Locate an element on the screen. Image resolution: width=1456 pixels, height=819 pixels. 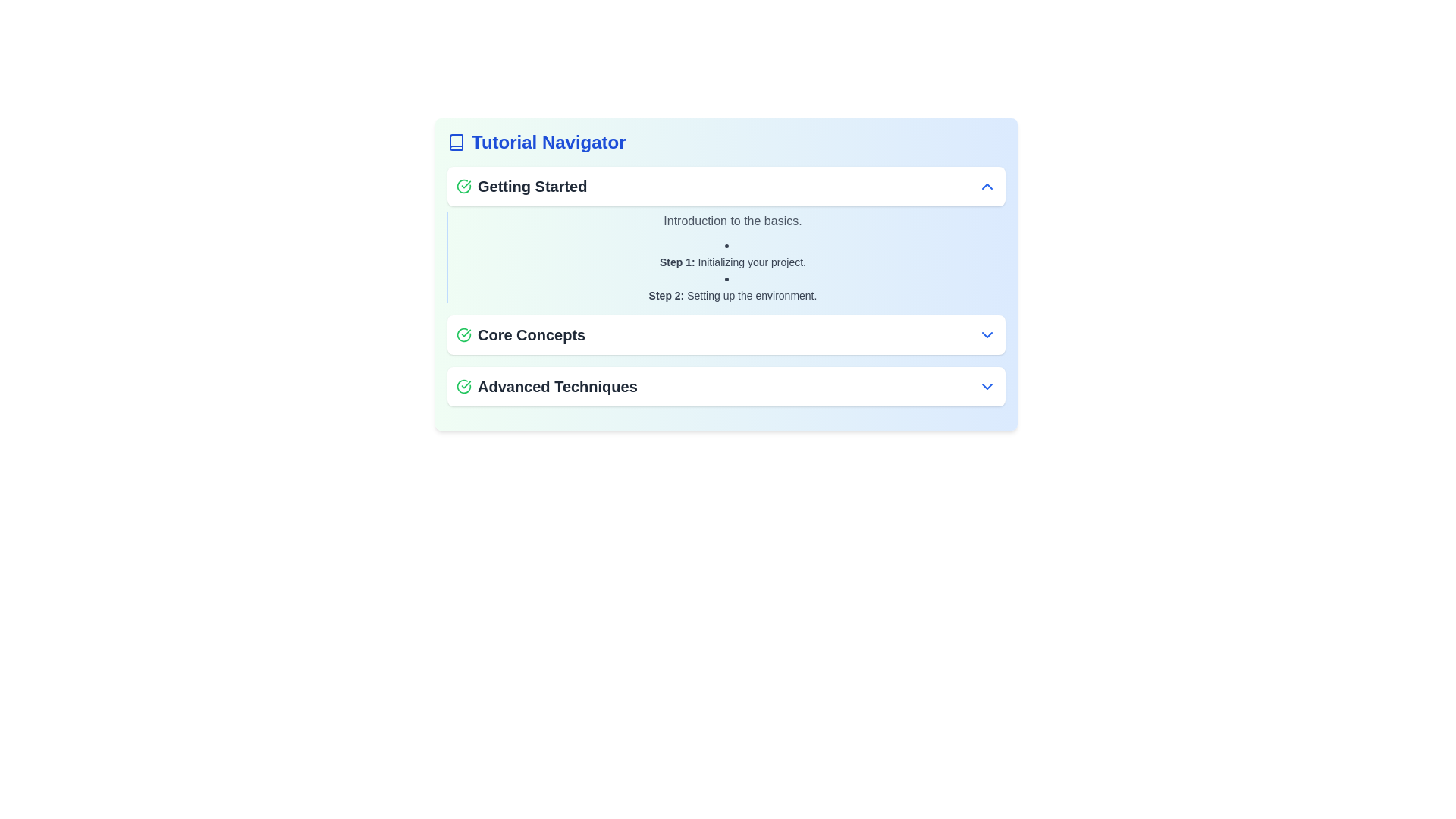
the circular green checkmark icon located to the left of the 'Core Concepts' text in the tutorial navigator interface is located at coordinates (463, 334).